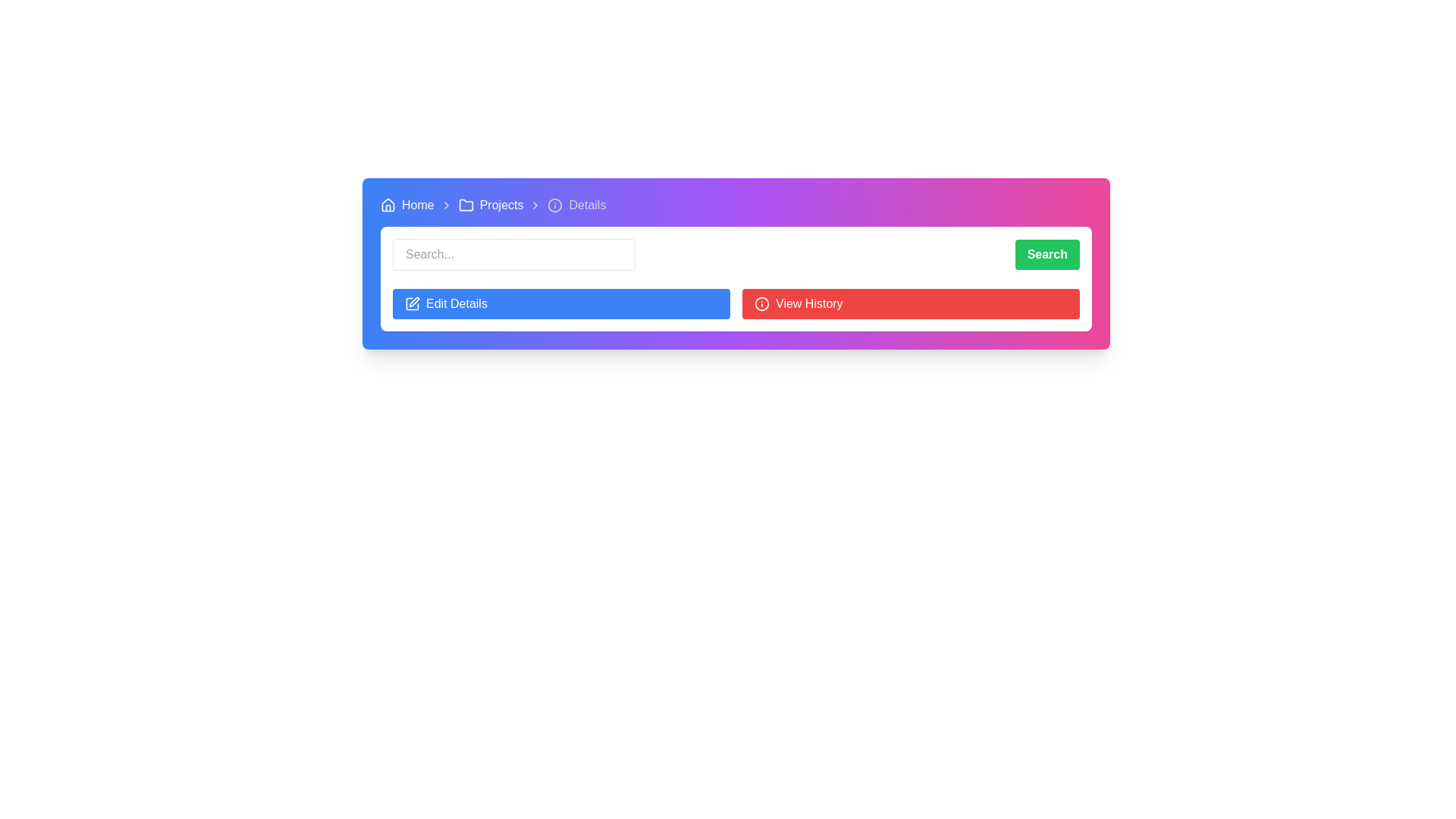 The width and height of the screenshot is (1456, 819). What do you see at coordinates (491, 205) in the screenshot?
I see `the 'Projects' interactive navigation link, which features a small folder icon followed by the text 'Projects'` at bounding box center [491, 205].